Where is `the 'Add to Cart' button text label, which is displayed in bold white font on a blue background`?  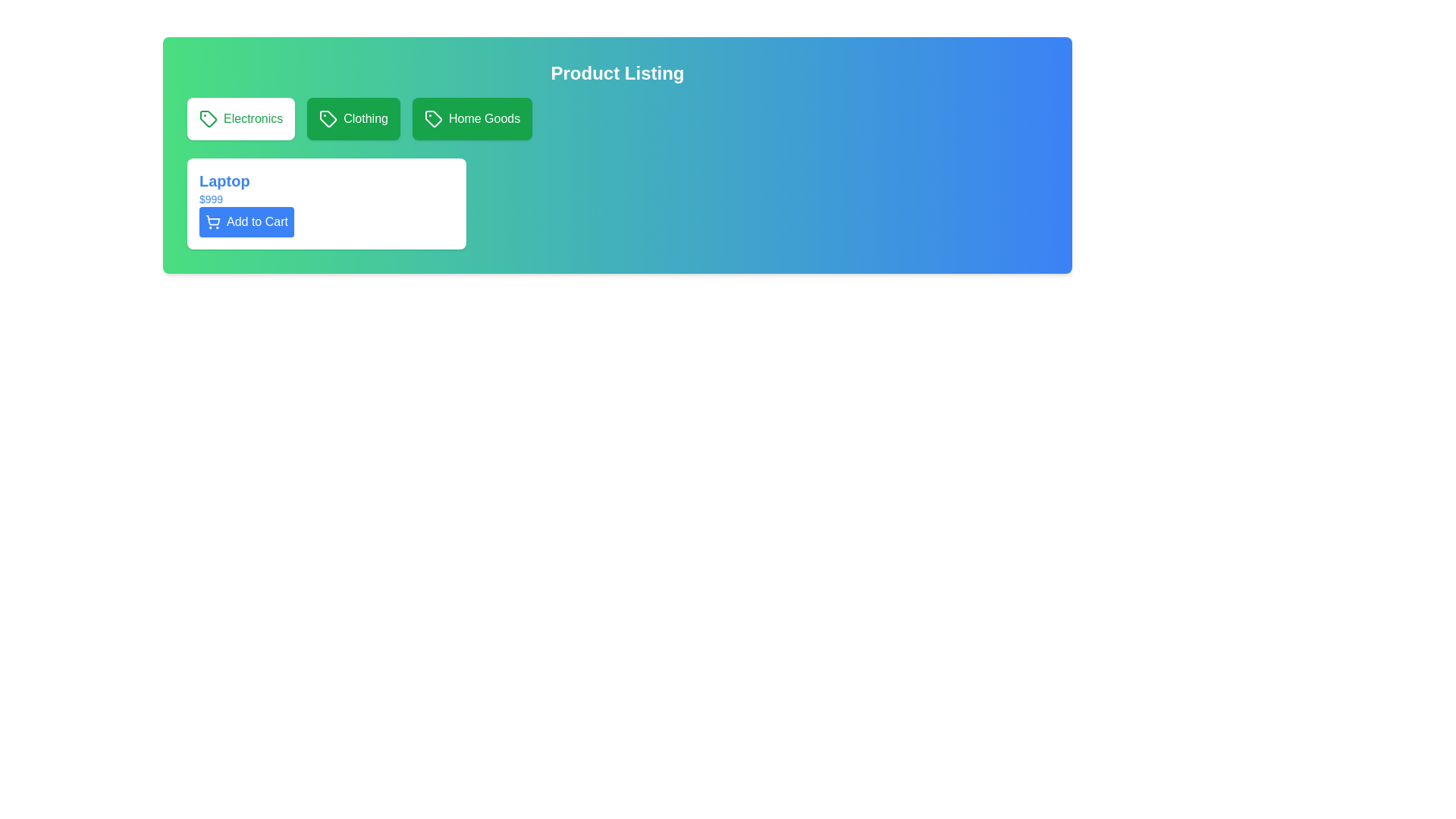
the 'Add to Cart' button text label, which is displayed in bold white font on a blue background is located at coordinates (257, 222).